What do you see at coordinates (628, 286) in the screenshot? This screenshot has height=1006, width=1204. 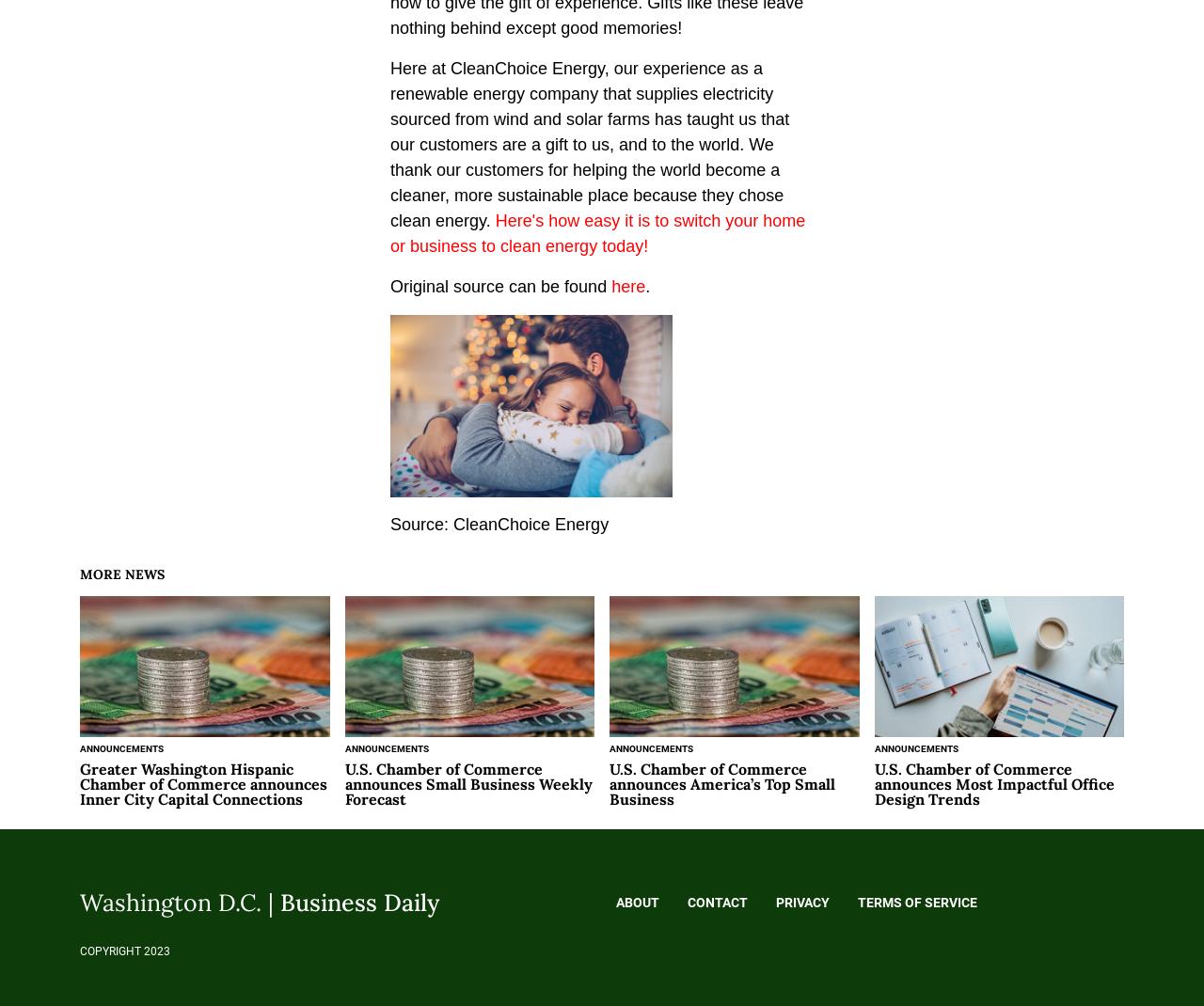 I see `'here'` at bounding box center [628, 286].